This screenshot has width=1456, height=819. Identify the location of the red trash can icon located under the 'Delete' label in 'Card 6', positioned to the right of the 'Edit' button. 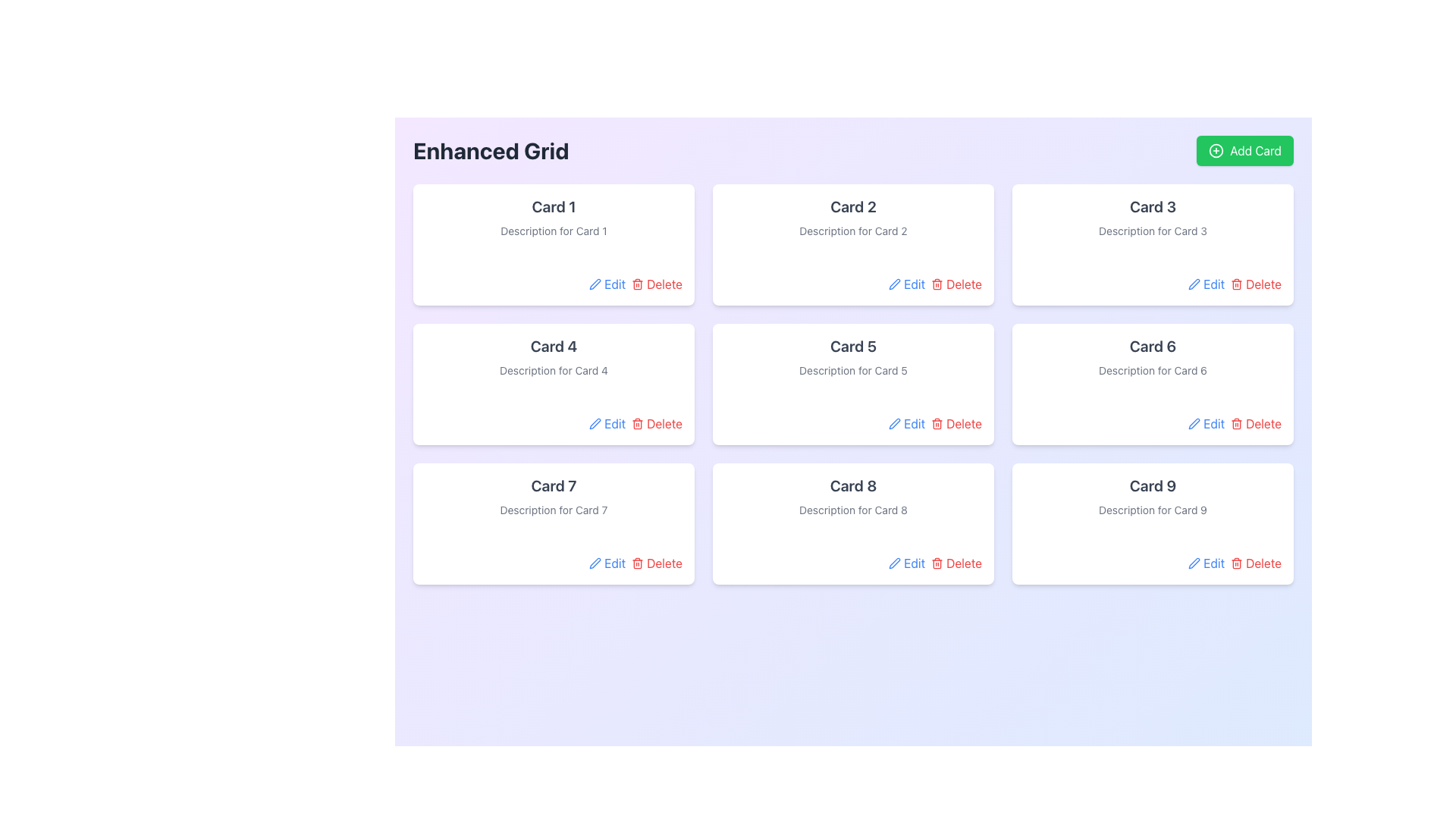
(1237, 424).